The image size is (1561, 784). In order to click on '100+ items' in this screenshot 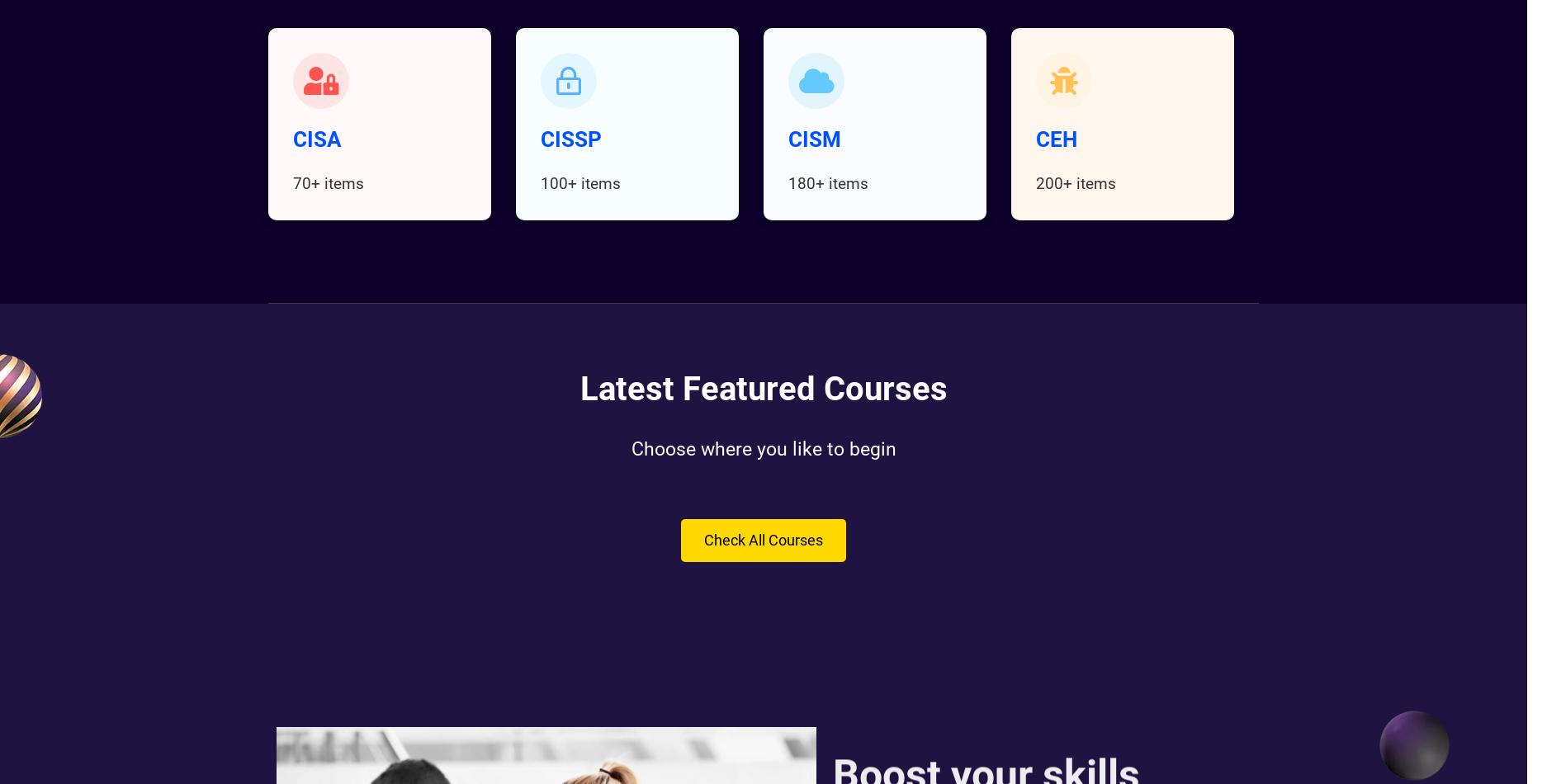, I will do `click(579, 183)`.